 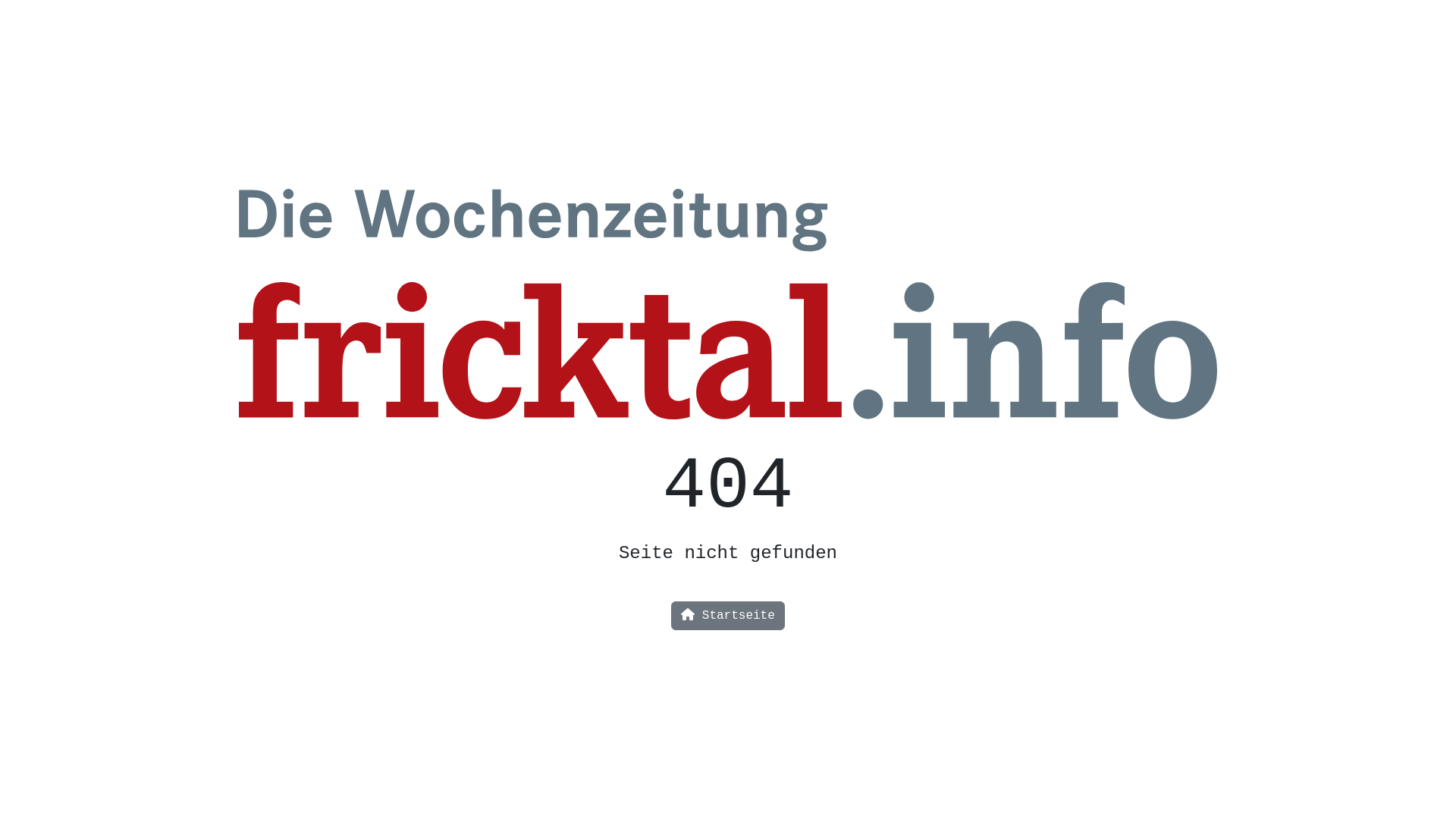 I want to click on 'Startseite', so click(x=728, y=616).